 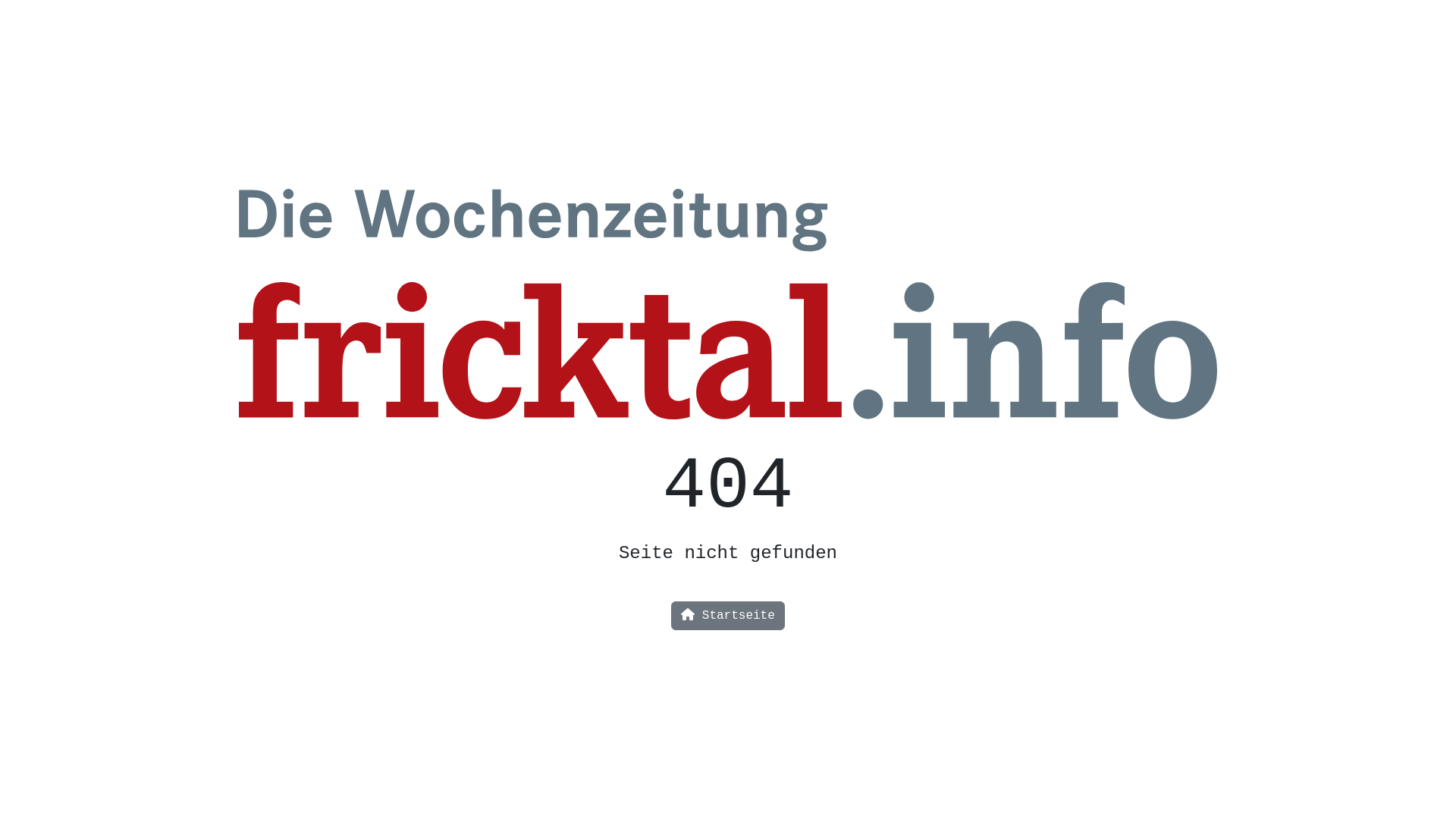 I want to click on 'Startseite', so click(x=728, y=616).